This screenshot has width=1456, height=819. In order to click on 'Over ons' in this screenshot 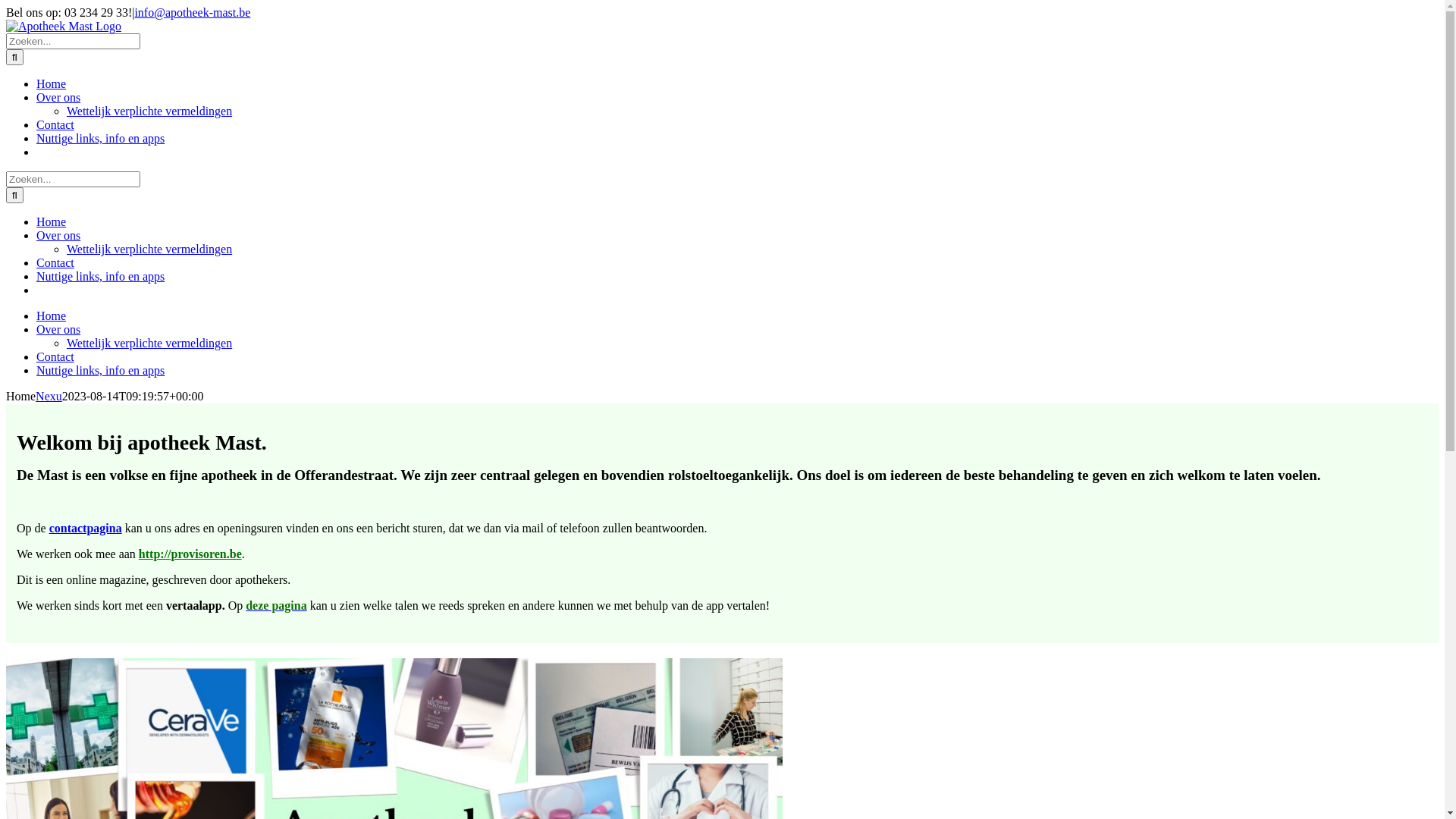, I will do `click(36, 235)`.